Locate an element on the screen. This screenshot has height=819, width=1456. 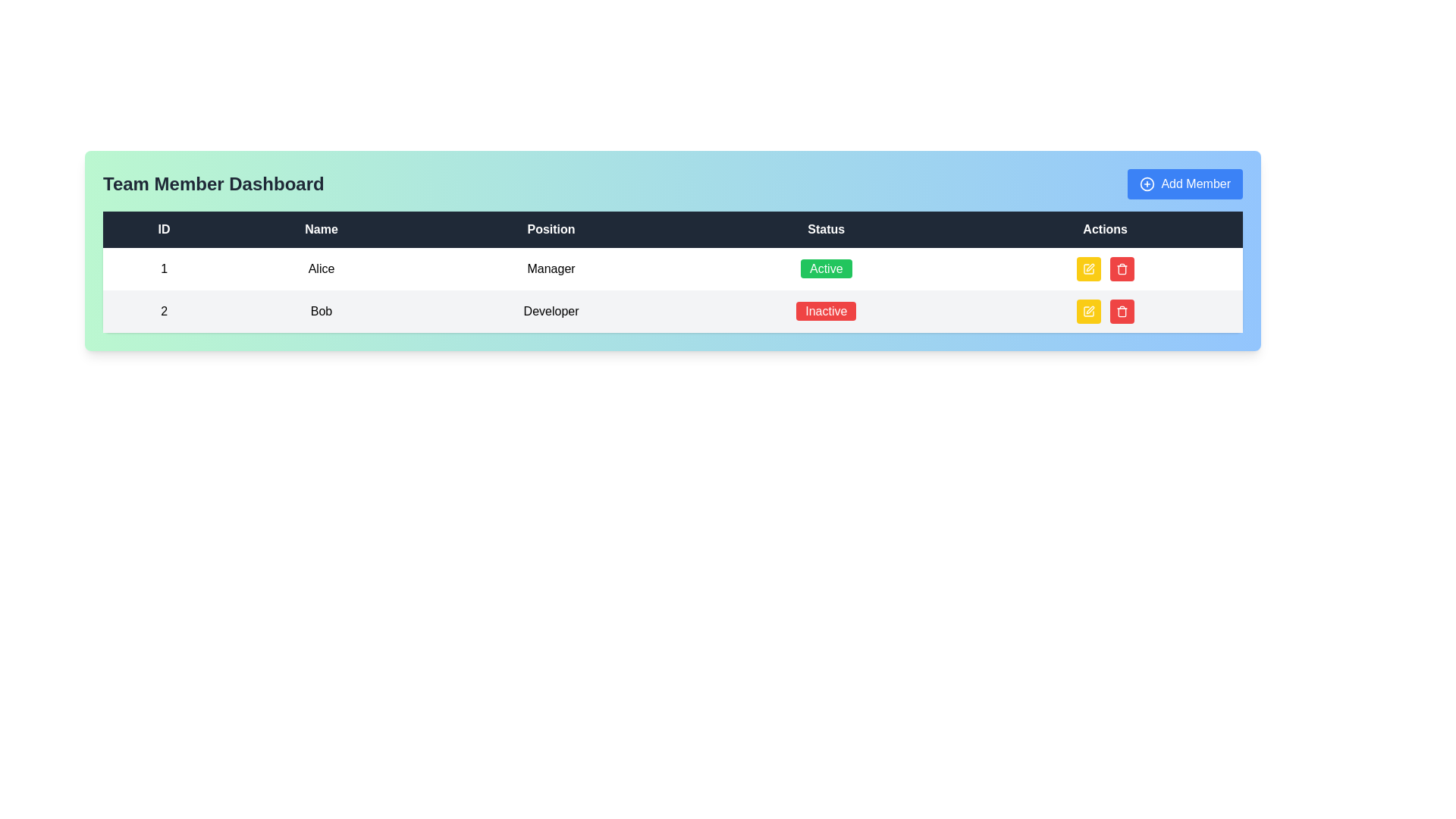
the edit IconButton located in the 'Actions' column of the second row of the table is located at coordinates (1087, 268).